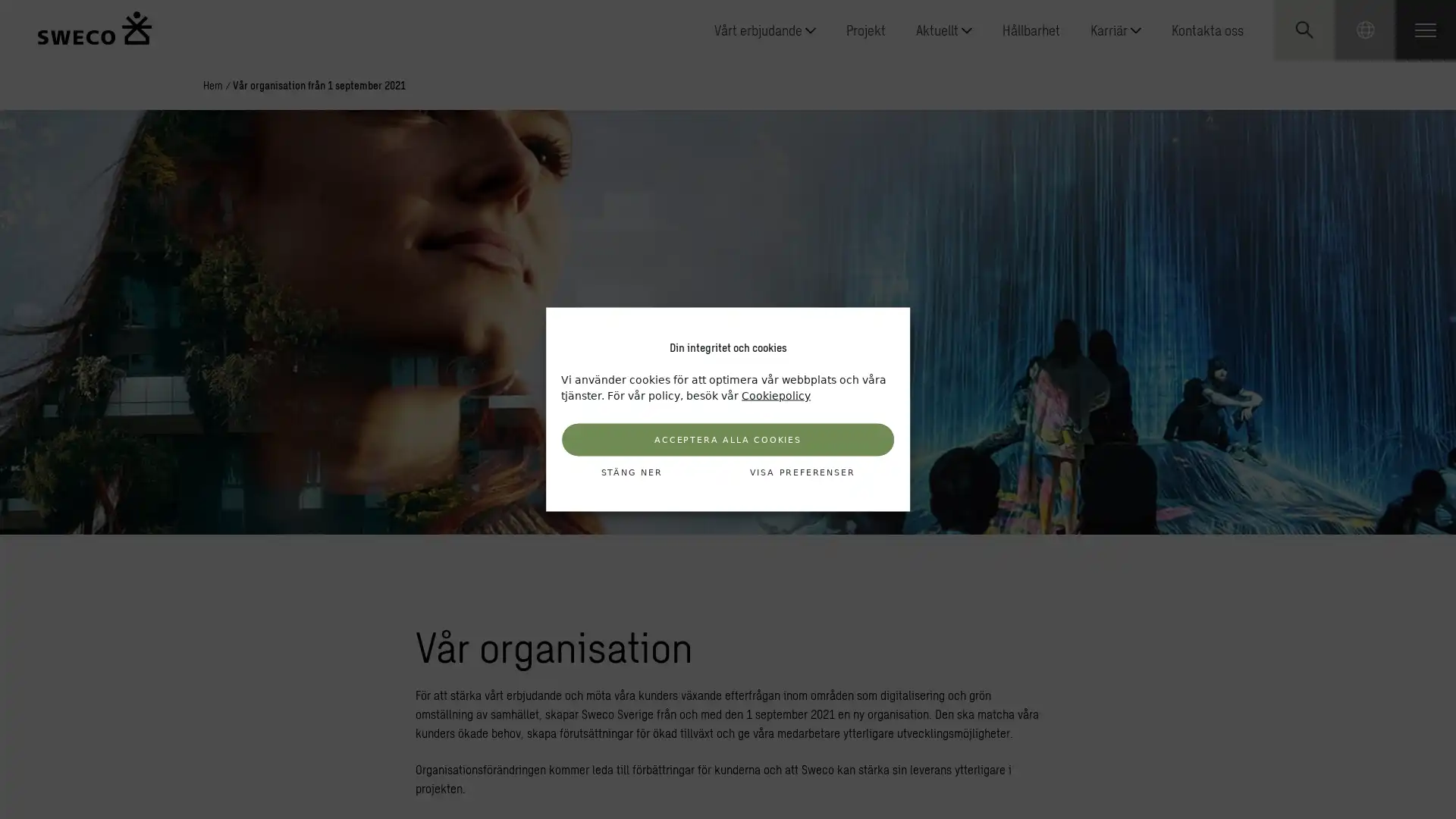  I want to click on Submit search, so click(1332, 167).